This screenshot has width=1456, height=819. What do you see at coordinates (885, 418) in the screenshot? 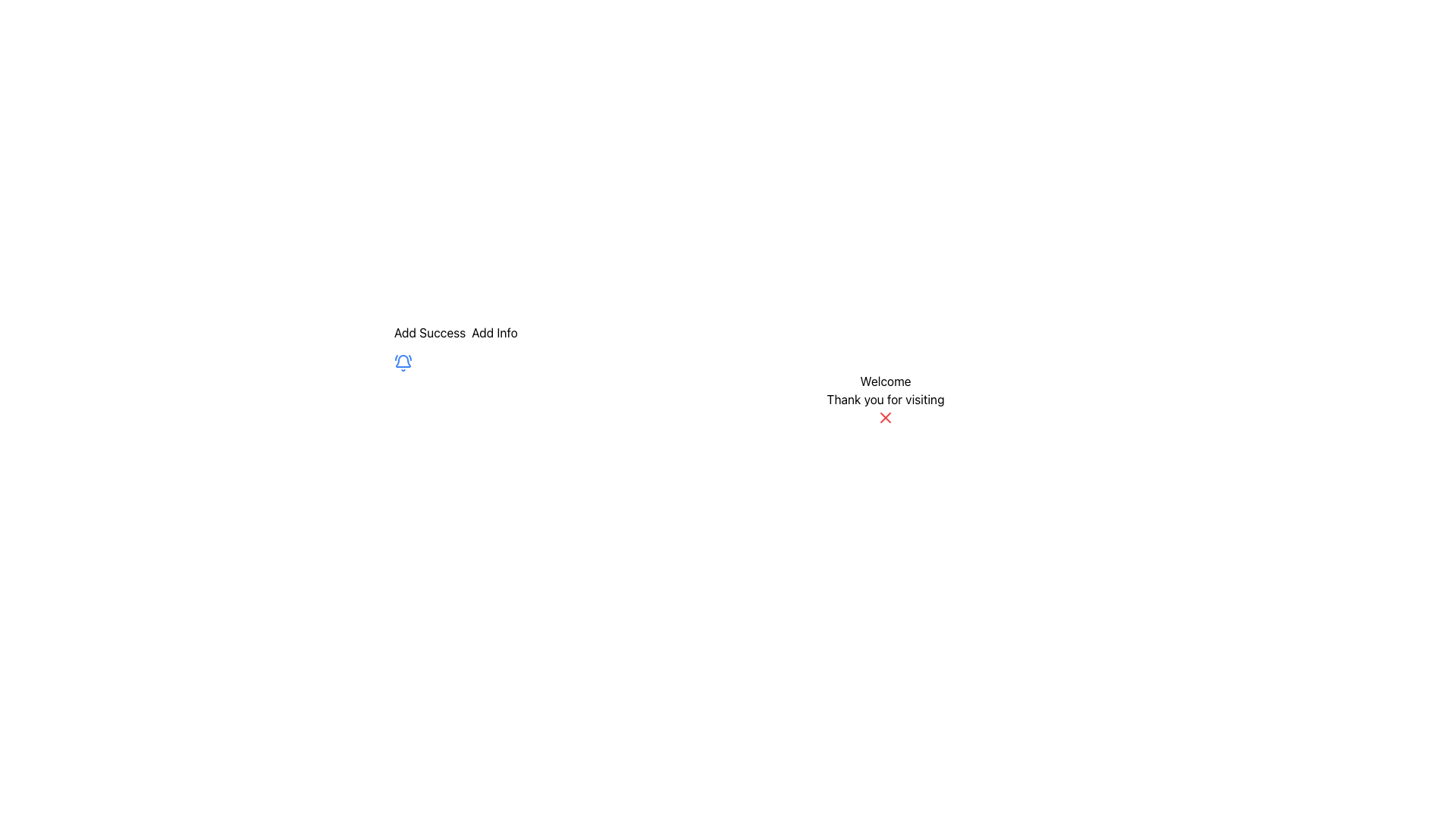
I see `the small red 'X' icon button that symbolizes closure, located at the bottom-right corner of the notification component below the 'Thank you for visiting' text` at bounding box center [885, 418].